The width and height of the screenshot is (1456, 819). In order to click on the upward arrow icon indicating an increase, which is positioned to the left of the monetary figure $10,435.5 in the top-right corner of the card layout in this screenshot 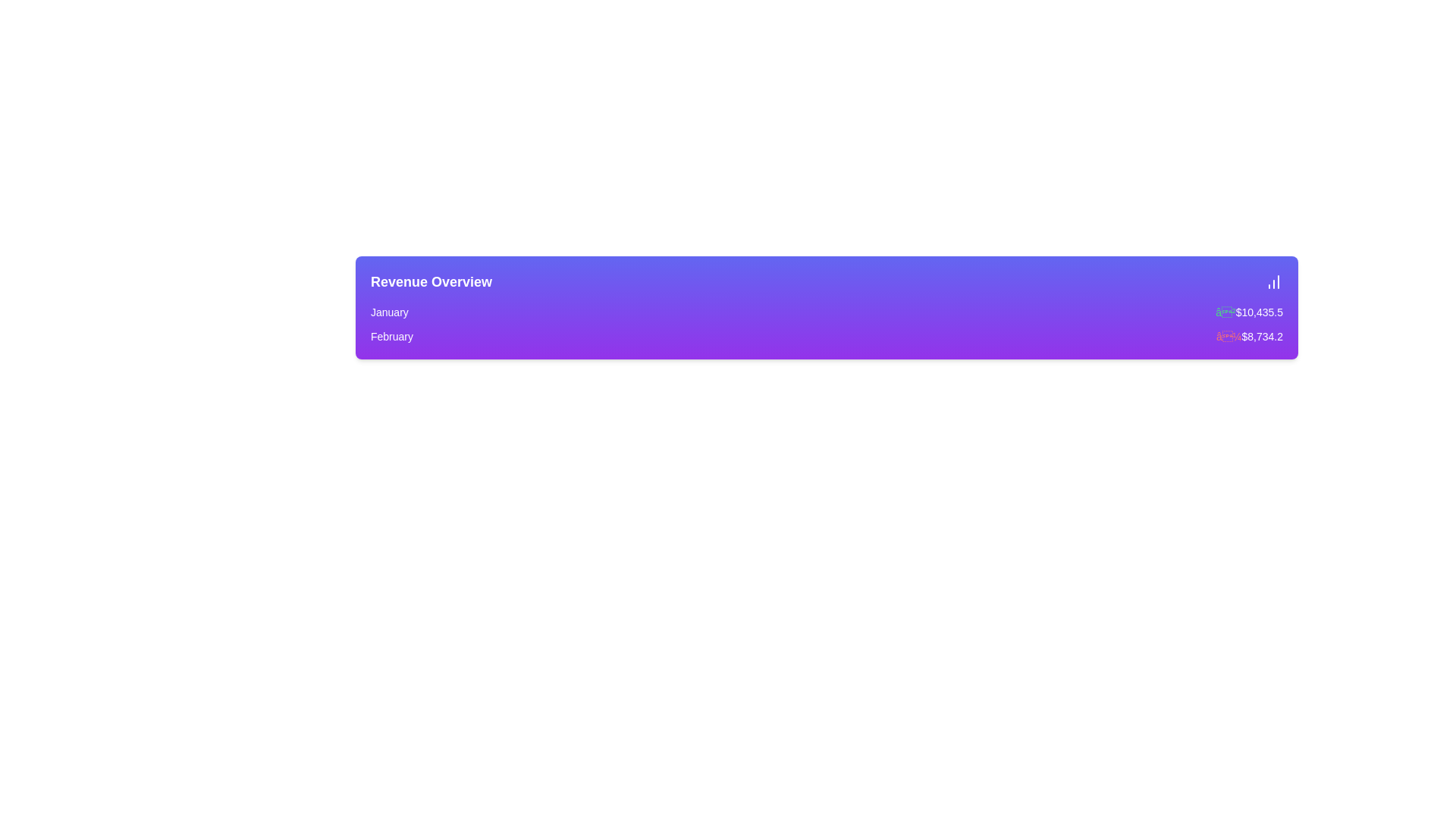, I will do `click(1225, 312)`.